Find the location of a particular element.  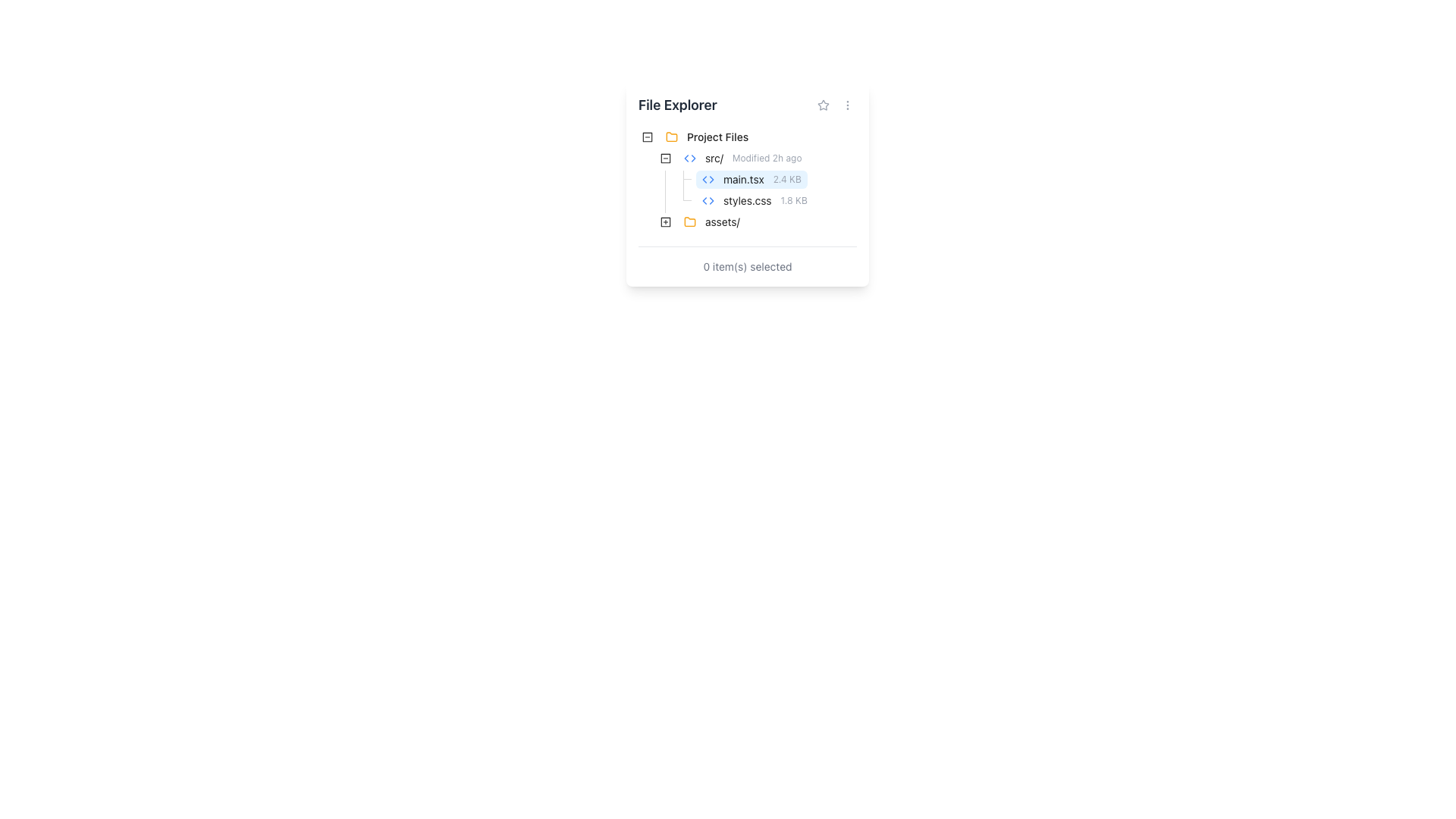

the yellow folder icon for the 'assets/' directory is located at coordinates (689, 221).